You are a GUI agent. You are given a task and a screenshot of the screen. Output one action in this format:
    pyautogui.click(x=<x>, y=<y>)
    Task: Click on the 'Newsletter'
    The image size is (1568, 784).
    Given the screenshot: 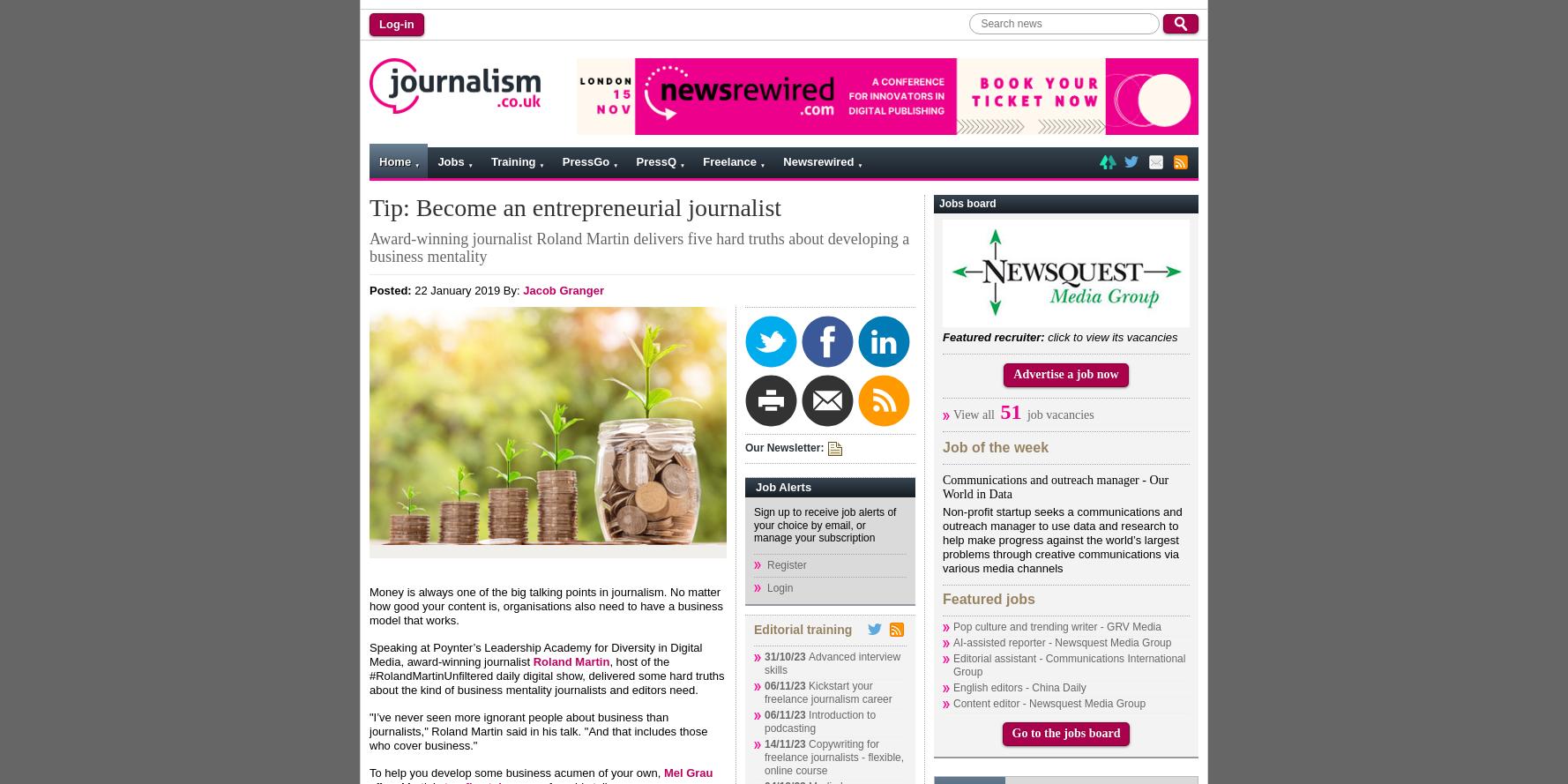 What is the action you would take?
    pyautogui.click(x=428, y=252)
    